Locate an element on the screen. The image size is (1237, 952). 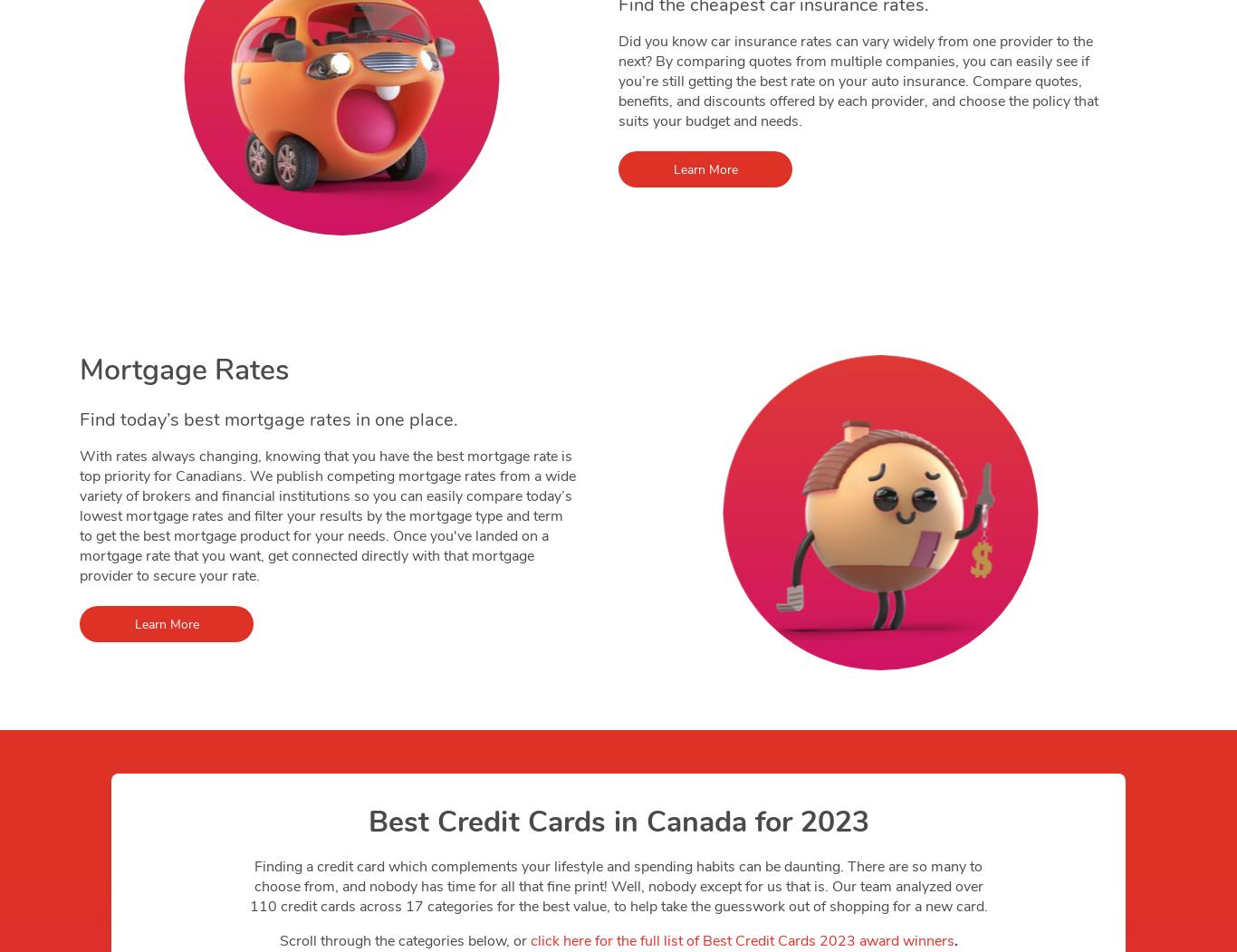
'Find today’s best mortgage rates in one place.' is located at coordinates (268, 418).